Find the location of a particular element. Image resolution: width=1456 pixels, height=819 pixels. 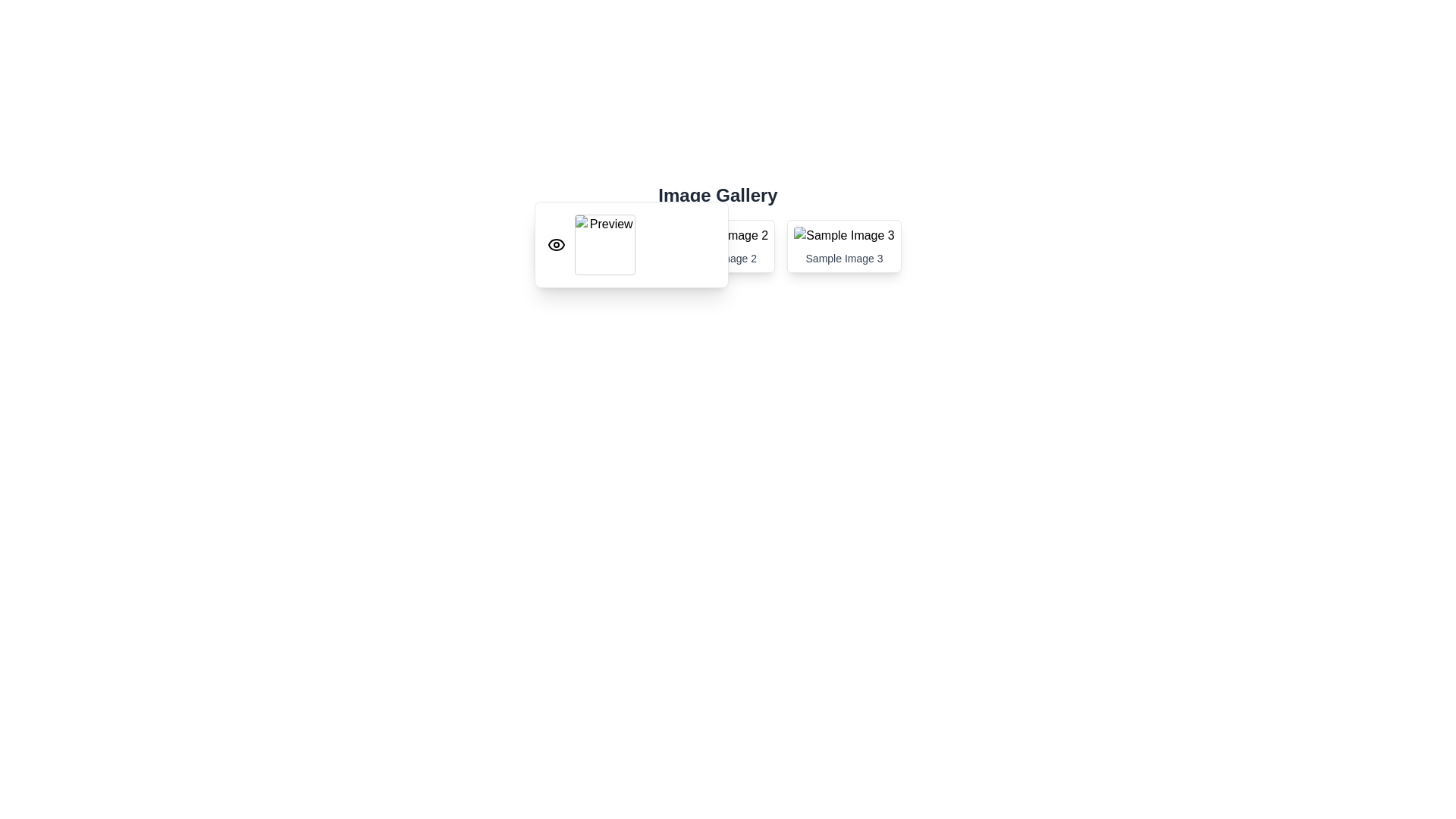

the image with the green placeholder background and alt text 'Sample Image 3' is located at coordinates (843, 236).